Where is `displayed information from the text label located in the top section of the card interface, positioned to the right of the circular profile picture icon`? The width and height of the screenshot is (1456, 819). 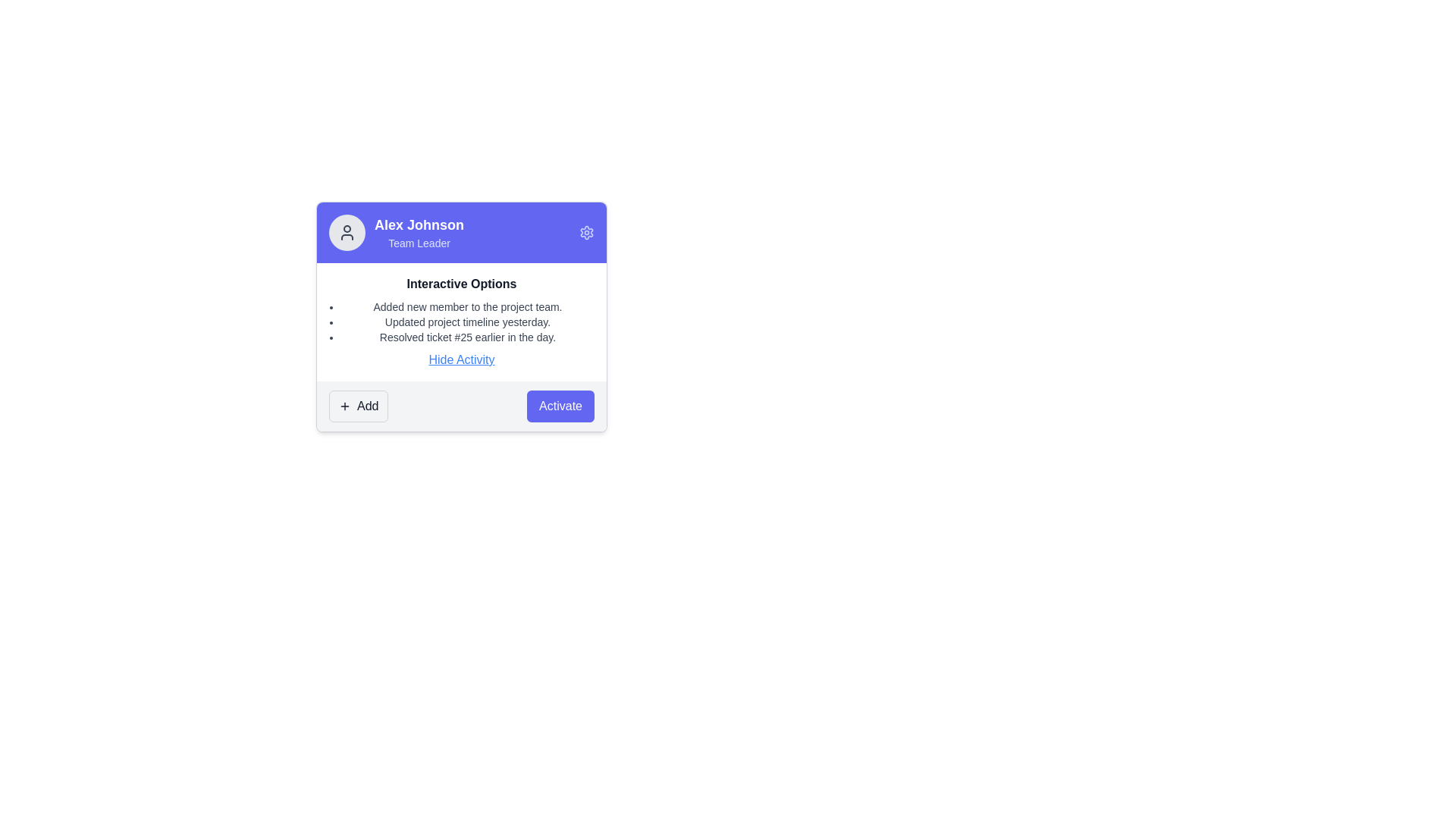
displayed information from the text label located in the top section of the card interface, positioned to the right of the circular profile picture icon is located at coordinates (419, 233).